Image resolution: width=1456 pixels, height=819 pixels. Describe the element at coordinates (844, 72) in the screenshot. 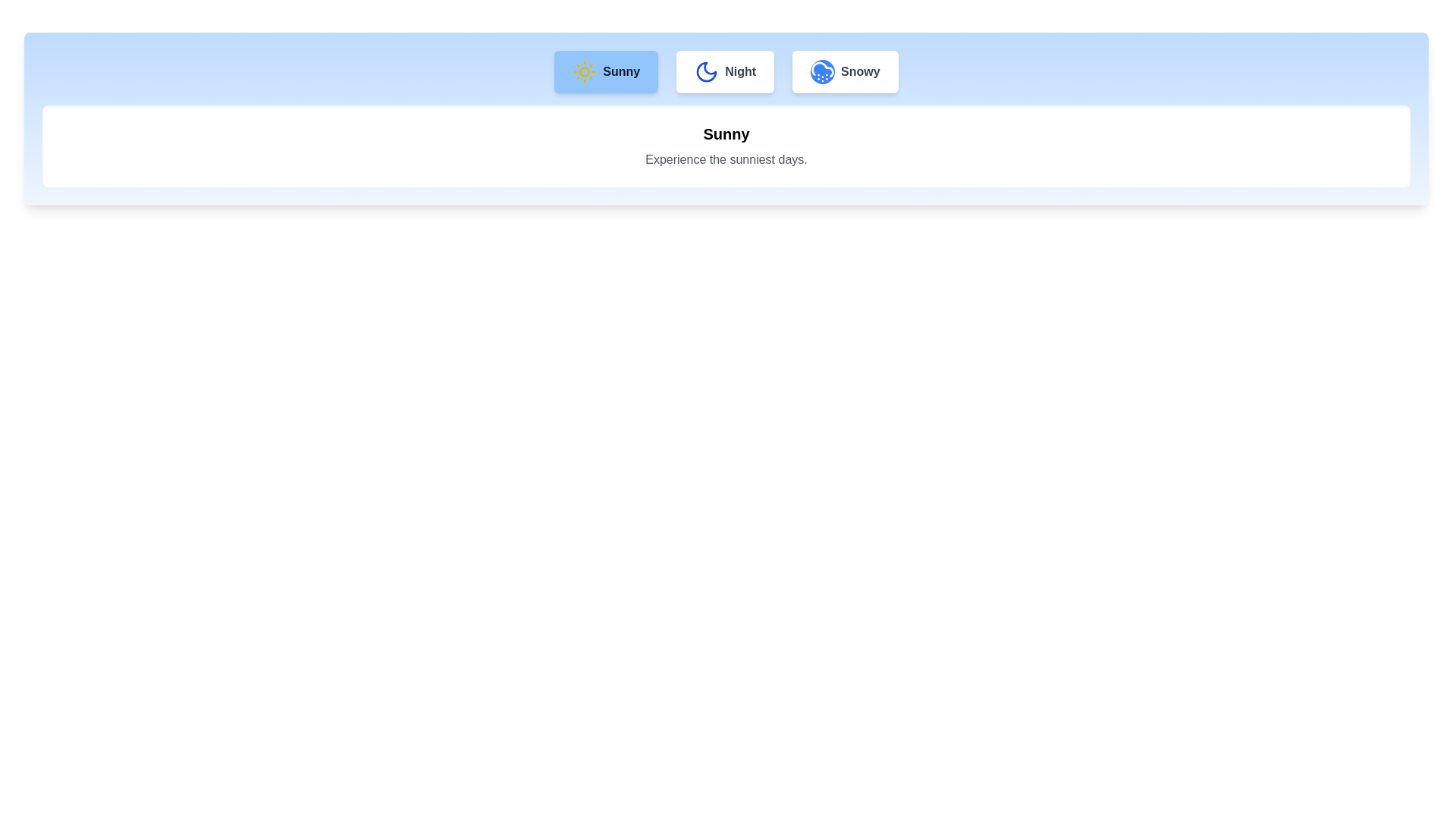

I see `the Snowy tab by clicking on its button` at that location.